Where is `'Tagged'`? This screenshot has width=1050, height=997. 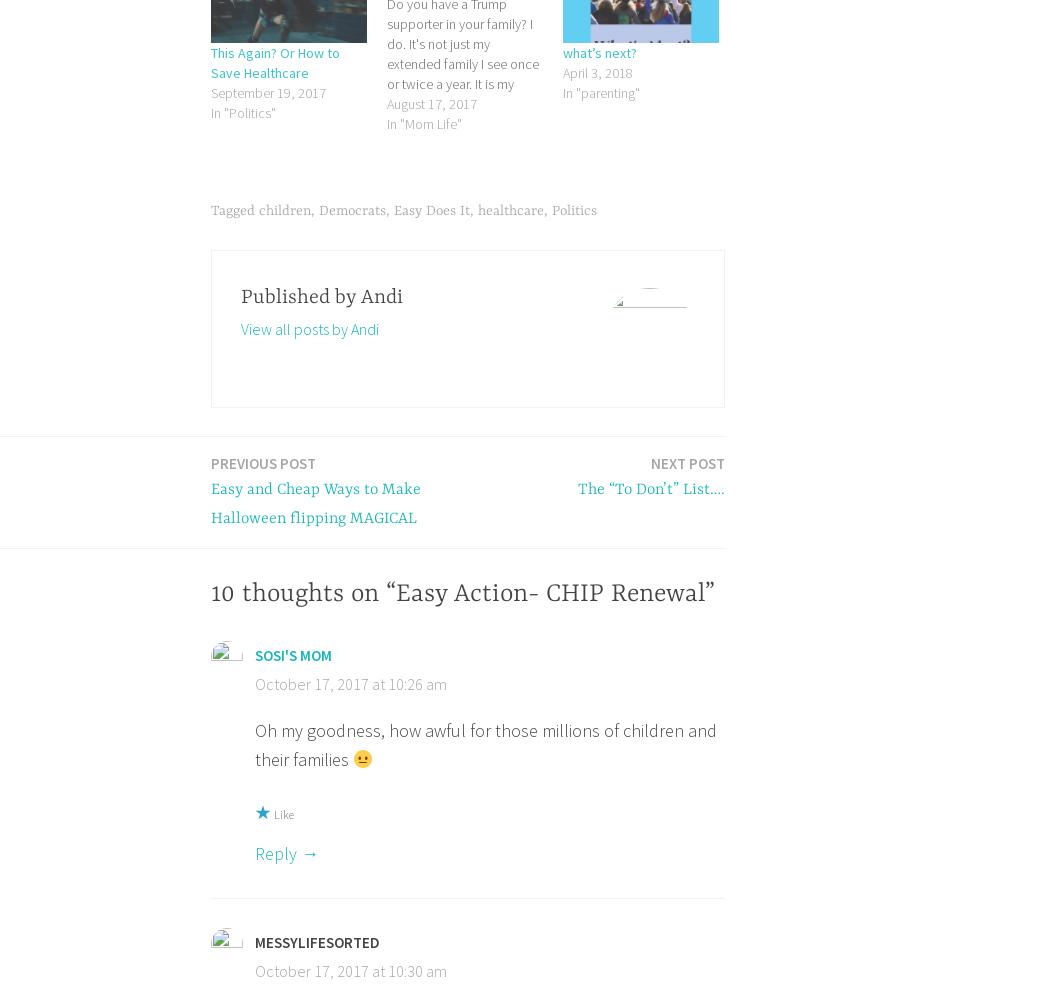 'Tagged' is located at coordinates (234, 209).